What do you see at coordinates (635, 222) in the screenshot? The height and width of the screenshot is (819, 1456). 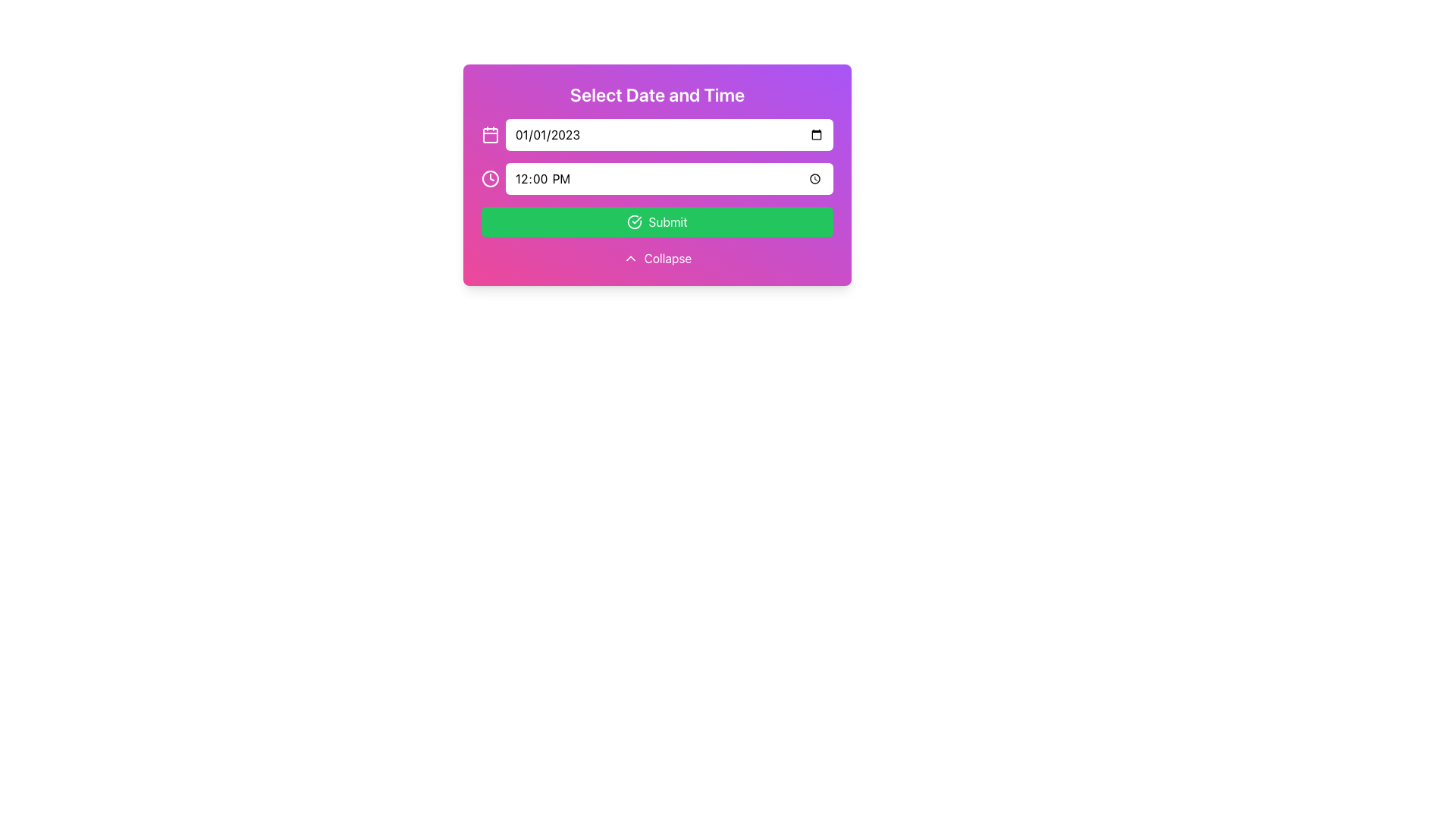 I see `the visual state of the icon located to the left of the 'Submit' text within the 'Submit' button at the bottom of the card-like UI section` at bounding box center [635, 222].